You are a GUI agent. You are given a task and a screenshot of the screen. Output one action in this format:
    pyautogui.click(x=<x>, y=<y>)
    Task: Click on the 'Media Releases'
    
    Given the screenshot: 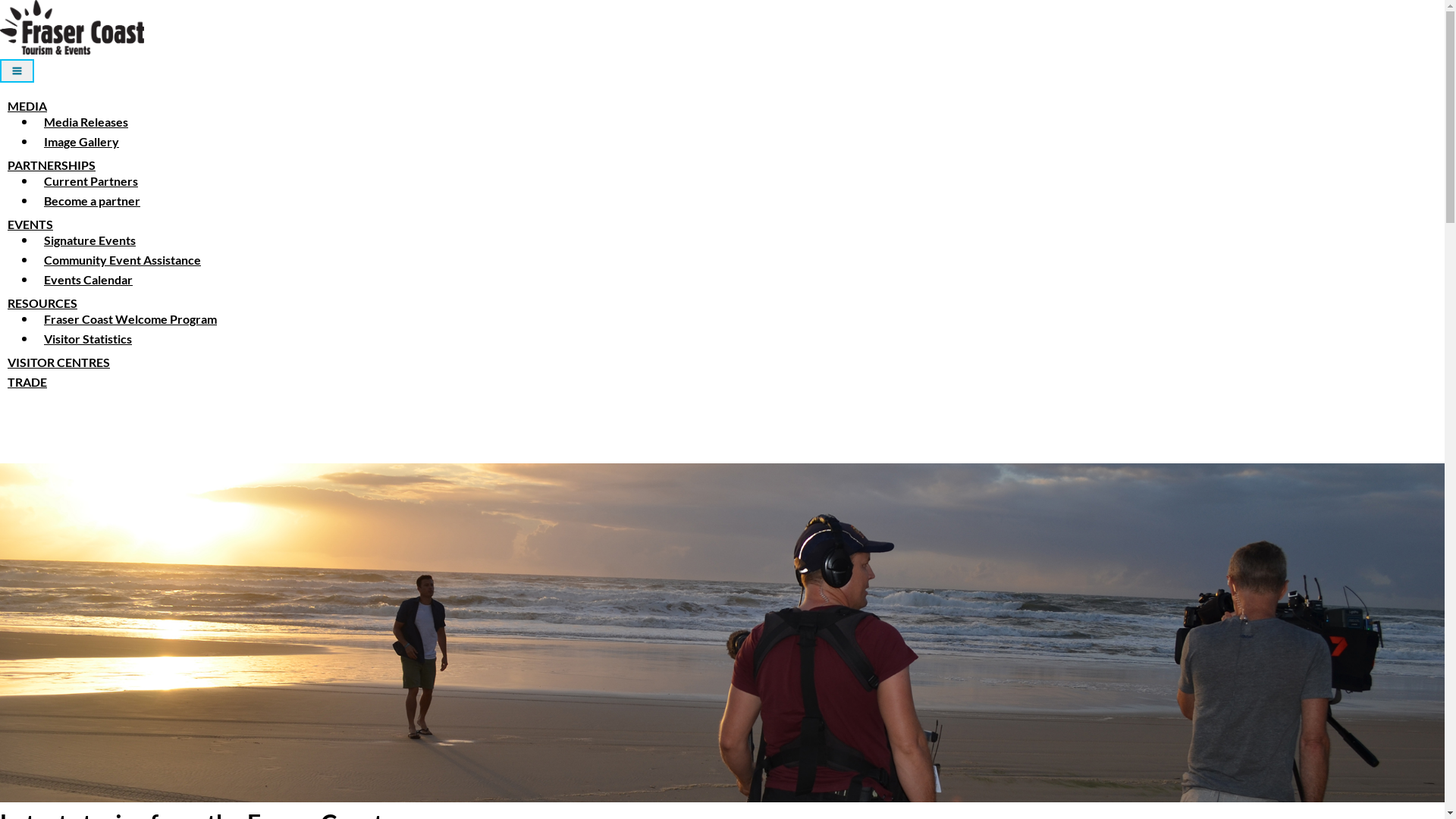 What is the action you would take?
    pyautogui.click(x=85, y=121)
    